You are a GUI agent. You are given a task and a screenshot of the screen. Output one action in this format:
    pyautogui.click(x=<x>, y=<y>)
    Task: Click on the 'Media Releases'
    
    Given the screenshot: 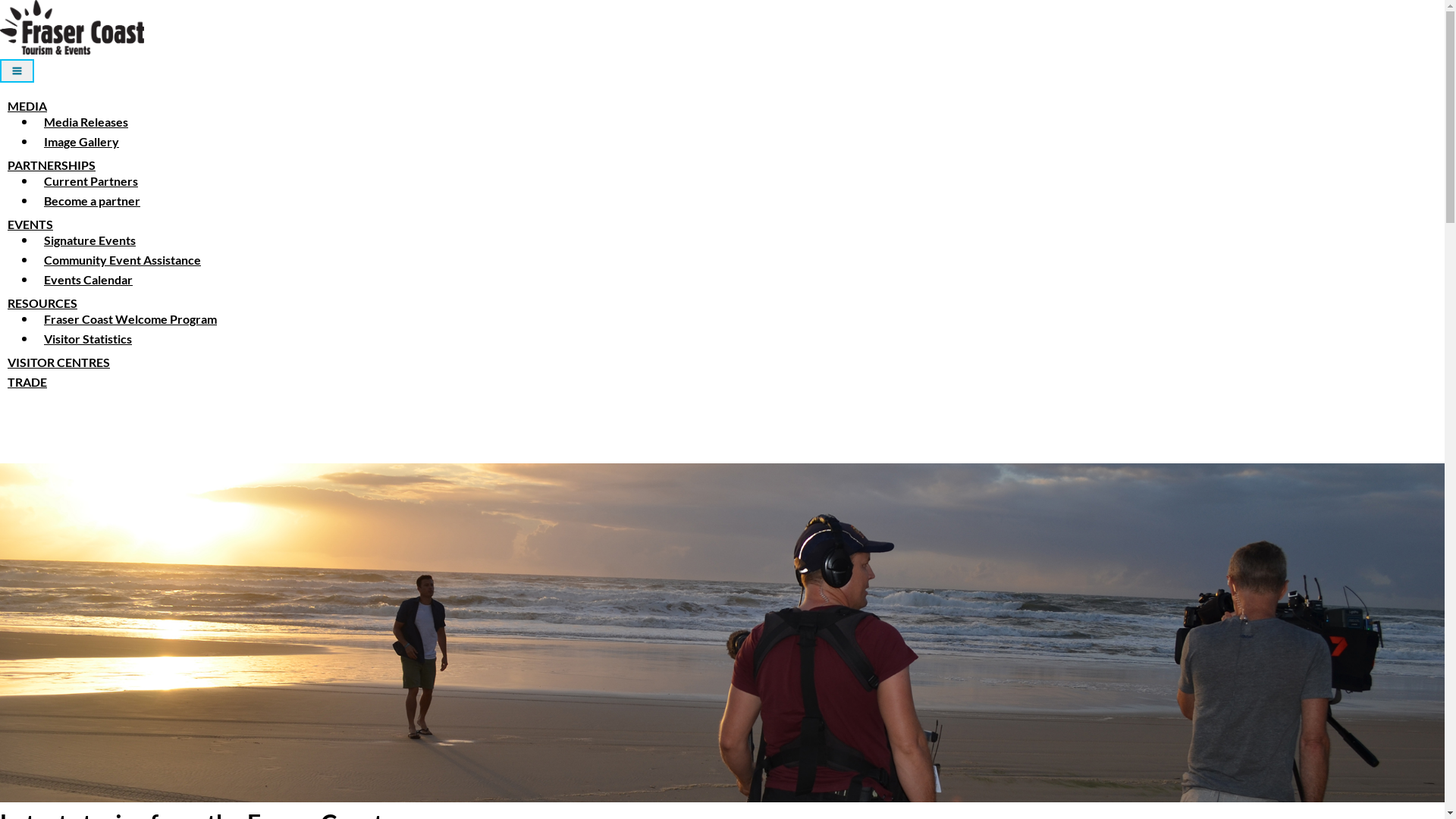 What is the action you would take?
    pyautogui.click(x=85, y=121)
    